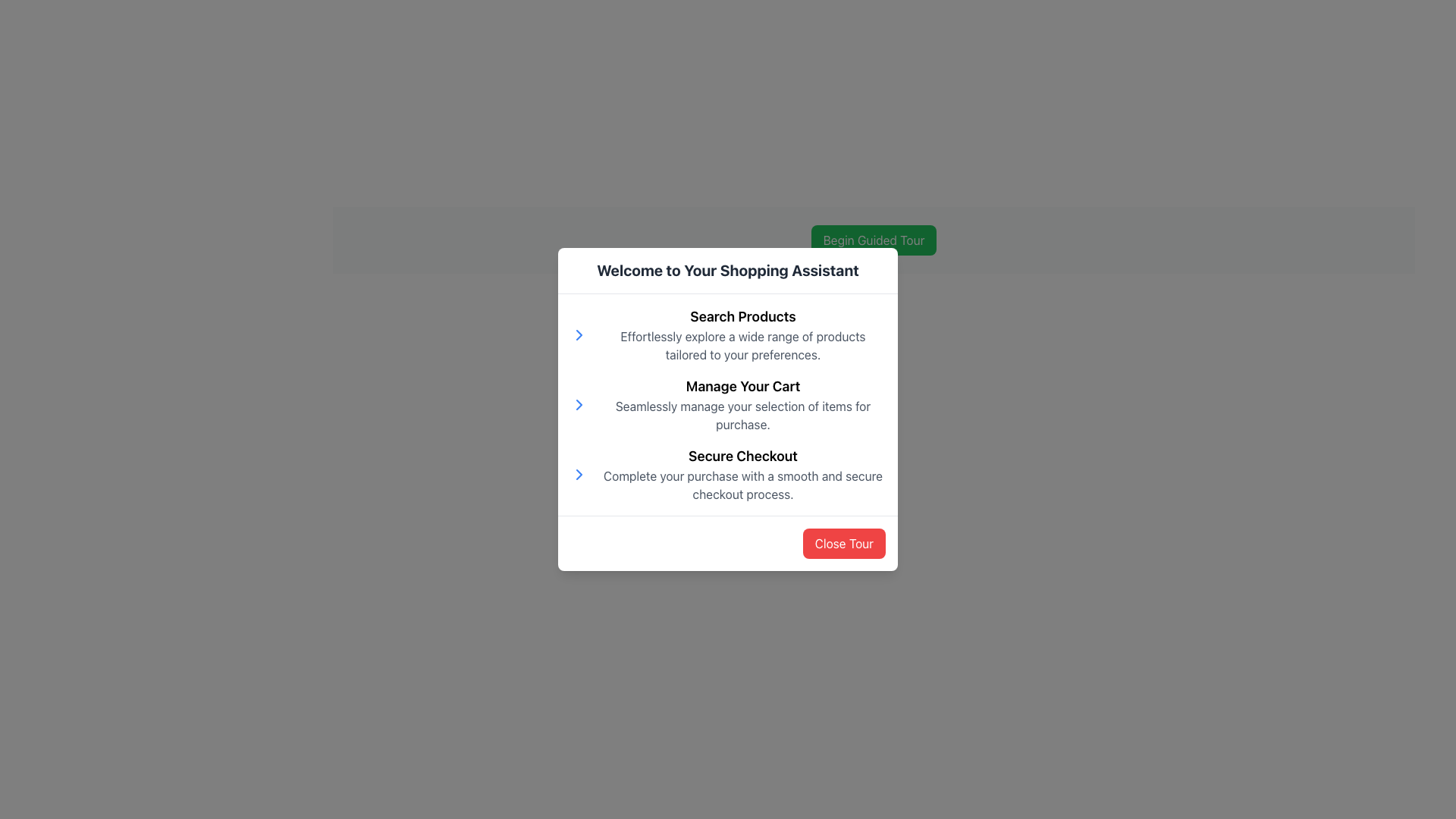 The width and height of the screenshot is (1456, 819). What do you see at coordinates (742, 415) in the screenshot?
I see `static text displaying 'Seamlessly manage your selection of items for purchase.' located below the header 'Manage Your Cart' in the tutorial card` at bounding box center [742, 415].